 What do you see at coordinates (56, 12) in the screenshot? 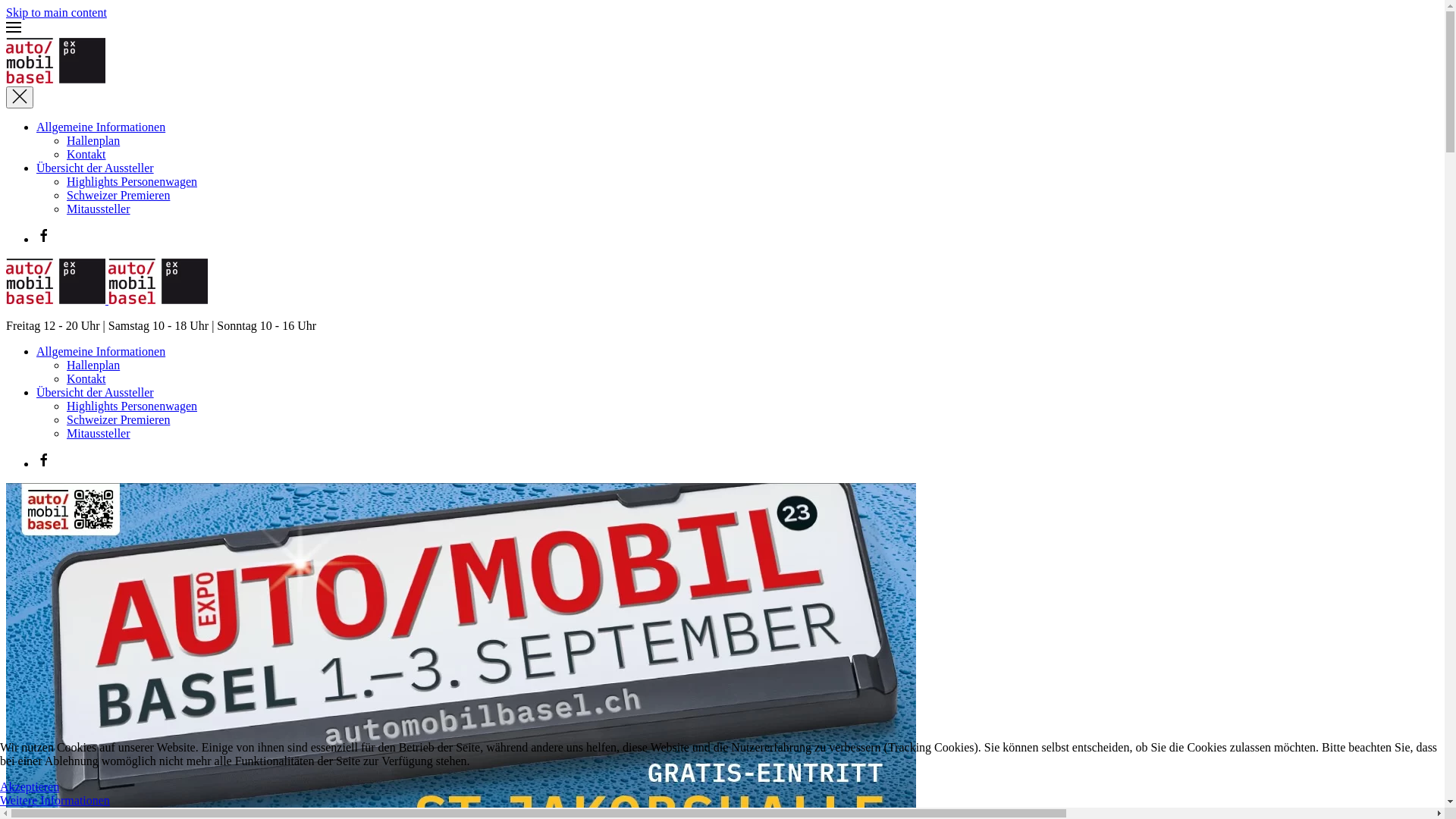
I see `'Skip to main content'` at bounding box center [56, 12].